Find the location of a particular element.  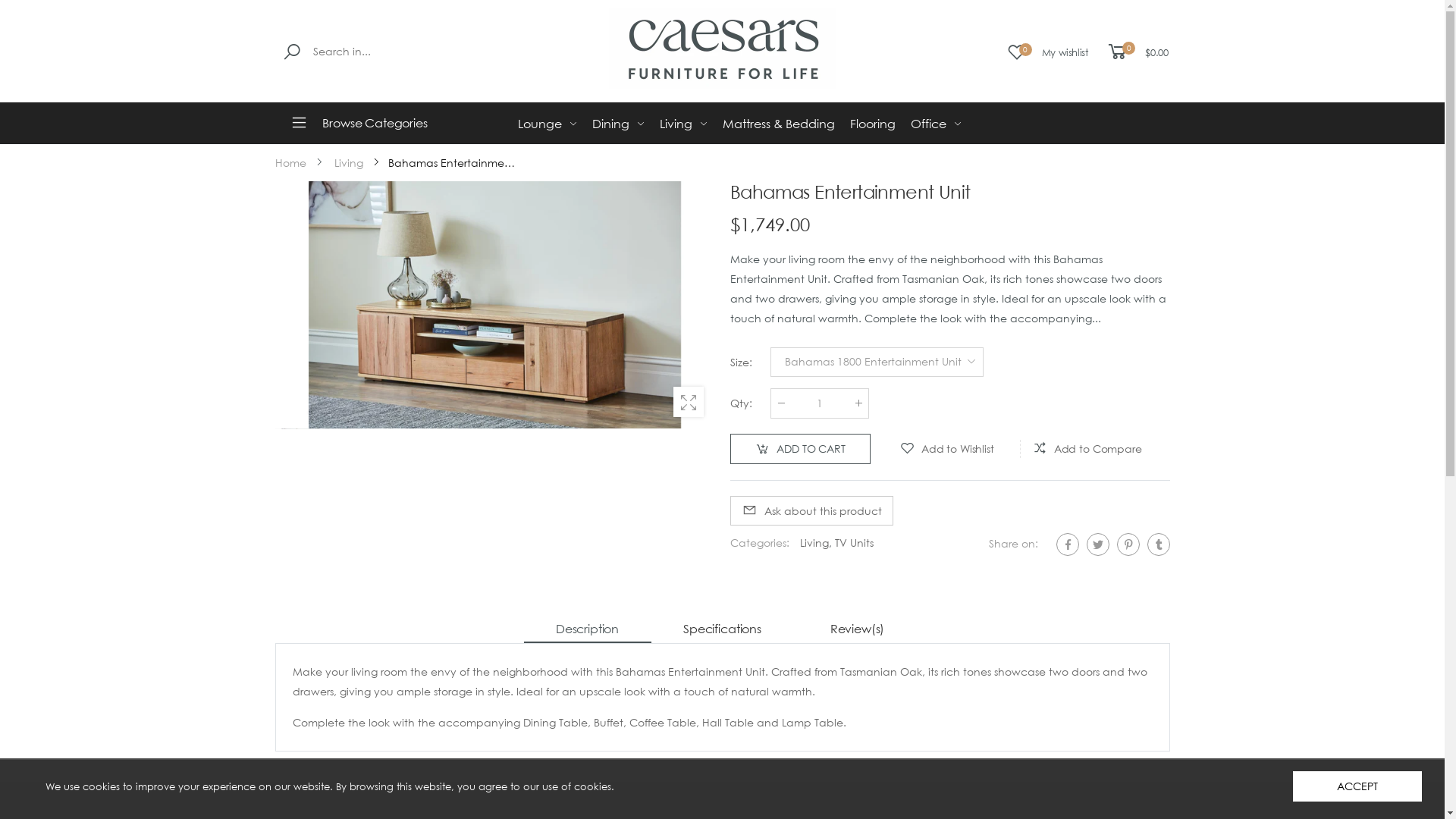

'Lounge' is located at coordinates (546, 122).